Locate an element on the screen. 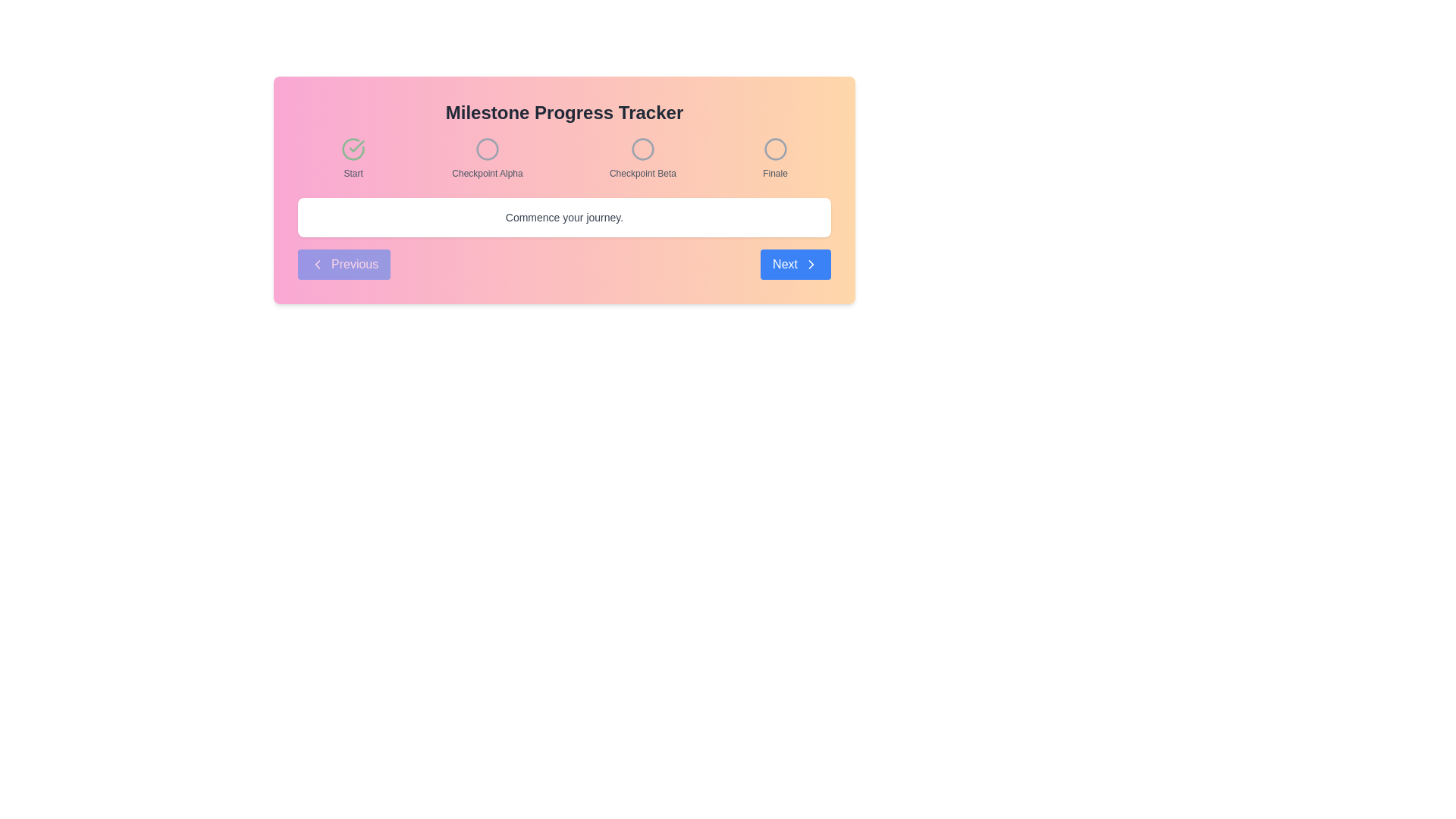  the pulsating animation of the circular green checkmark icon, which is the first milestone in the sequence labeled 'Start' is located at coordinates (353, 149).